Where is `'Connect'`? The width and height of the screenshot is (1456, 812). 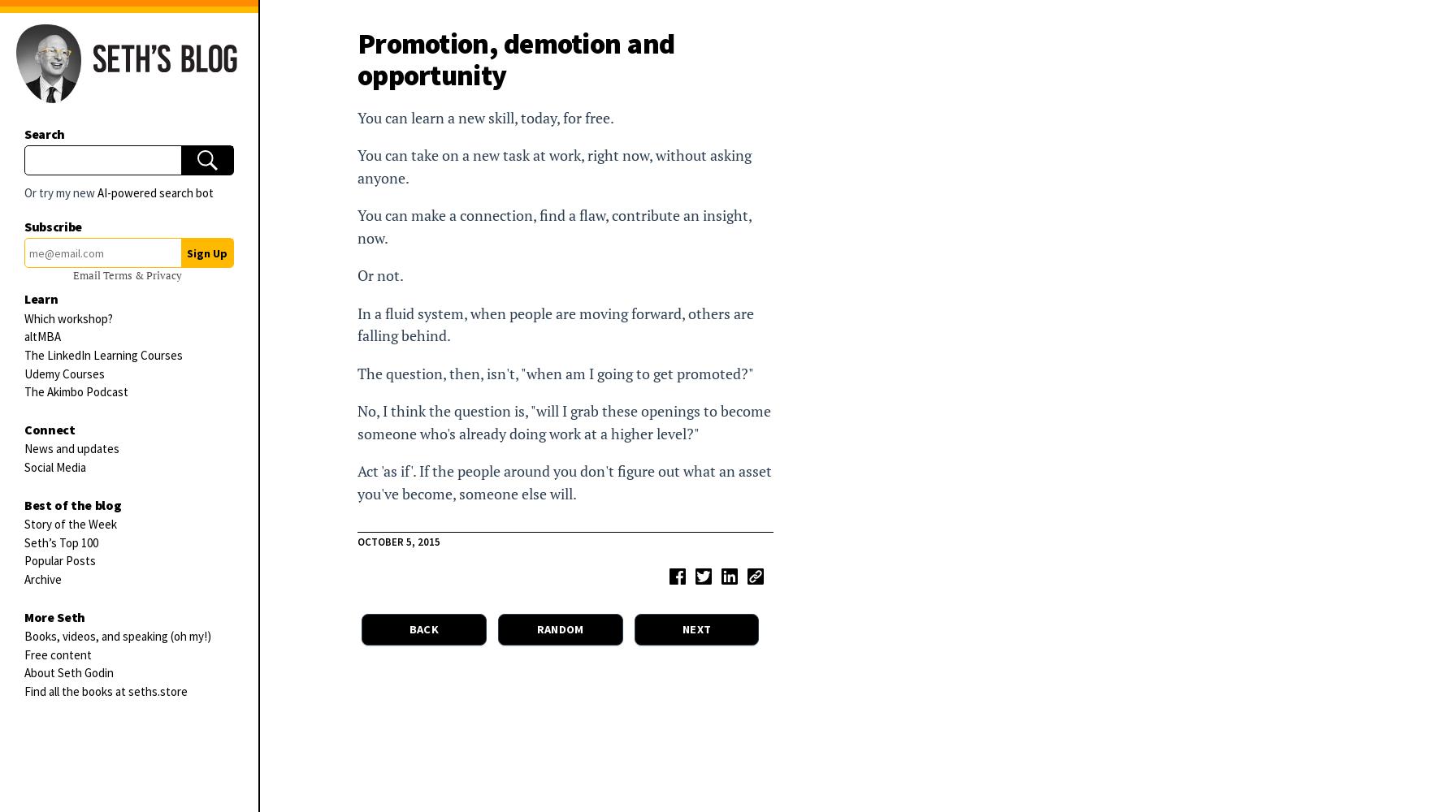 'Connect' is located at coordinates (49, 429).